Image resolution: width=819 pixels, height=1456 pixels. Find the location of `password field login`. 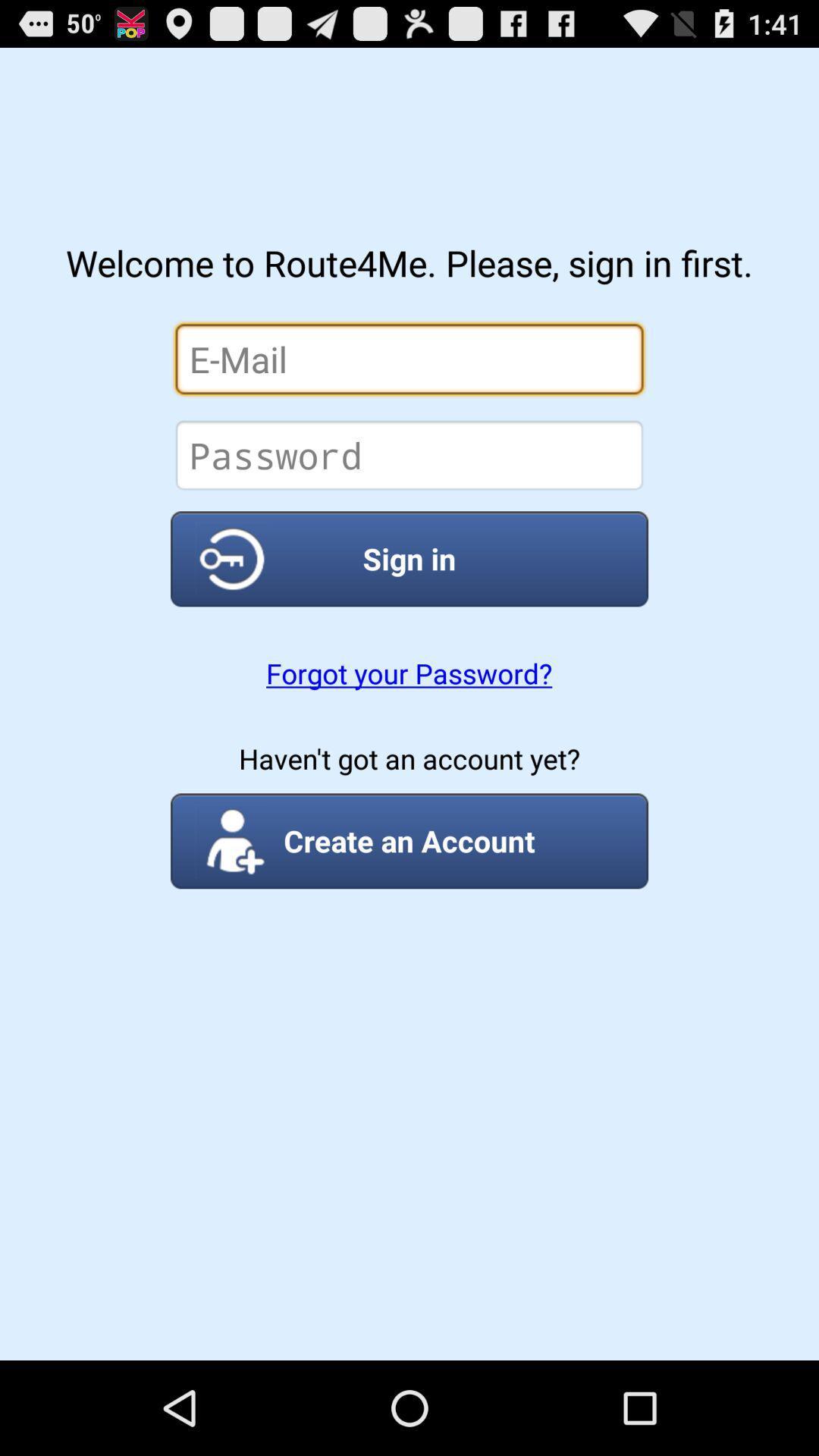

password field login is located at coordinates (409, 454).